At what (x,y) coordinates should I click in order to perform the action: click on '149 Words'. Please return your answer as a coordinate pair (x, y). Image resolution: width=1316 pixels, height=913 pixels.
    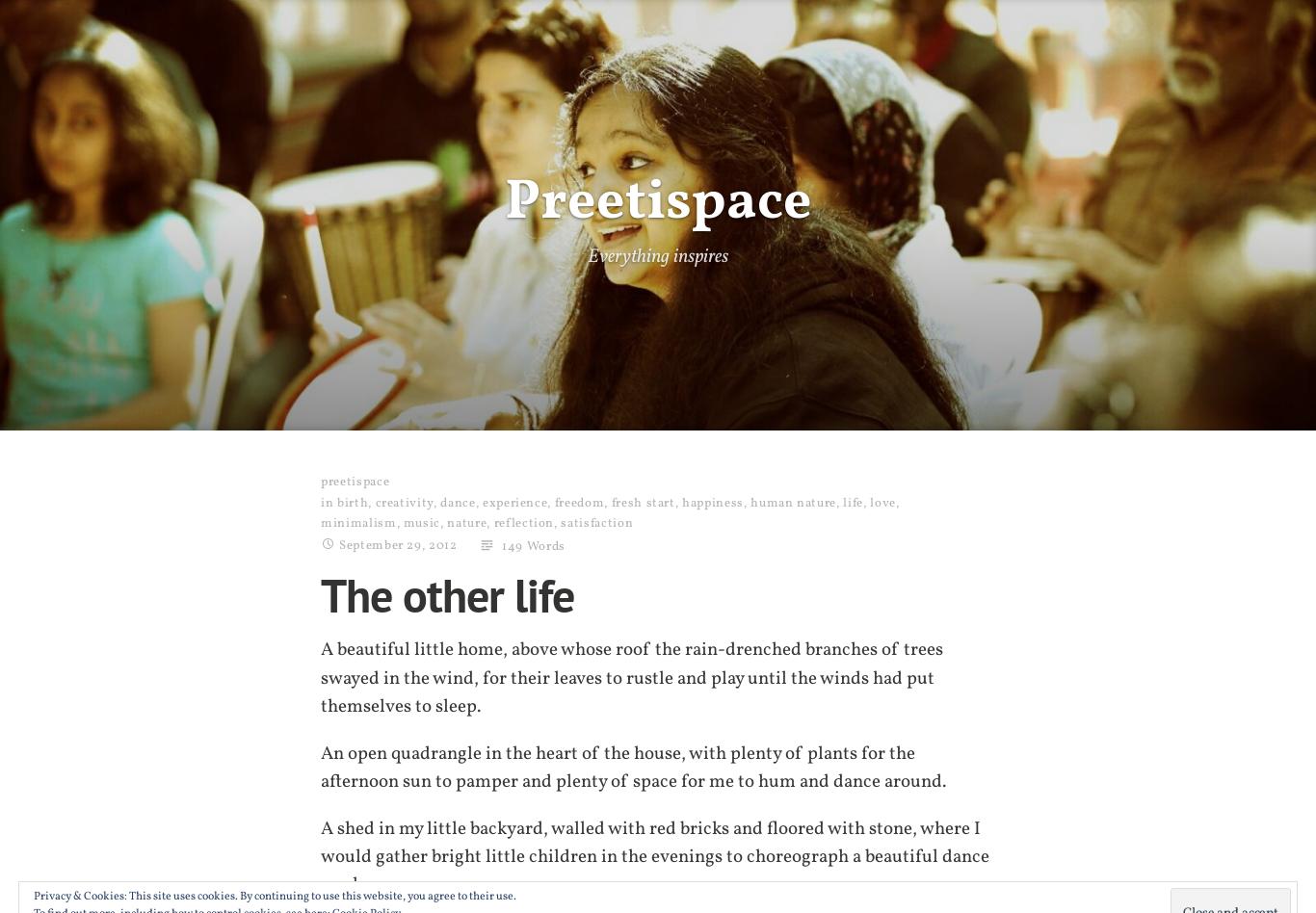
    Looking at the image, I should click on (533, 545).